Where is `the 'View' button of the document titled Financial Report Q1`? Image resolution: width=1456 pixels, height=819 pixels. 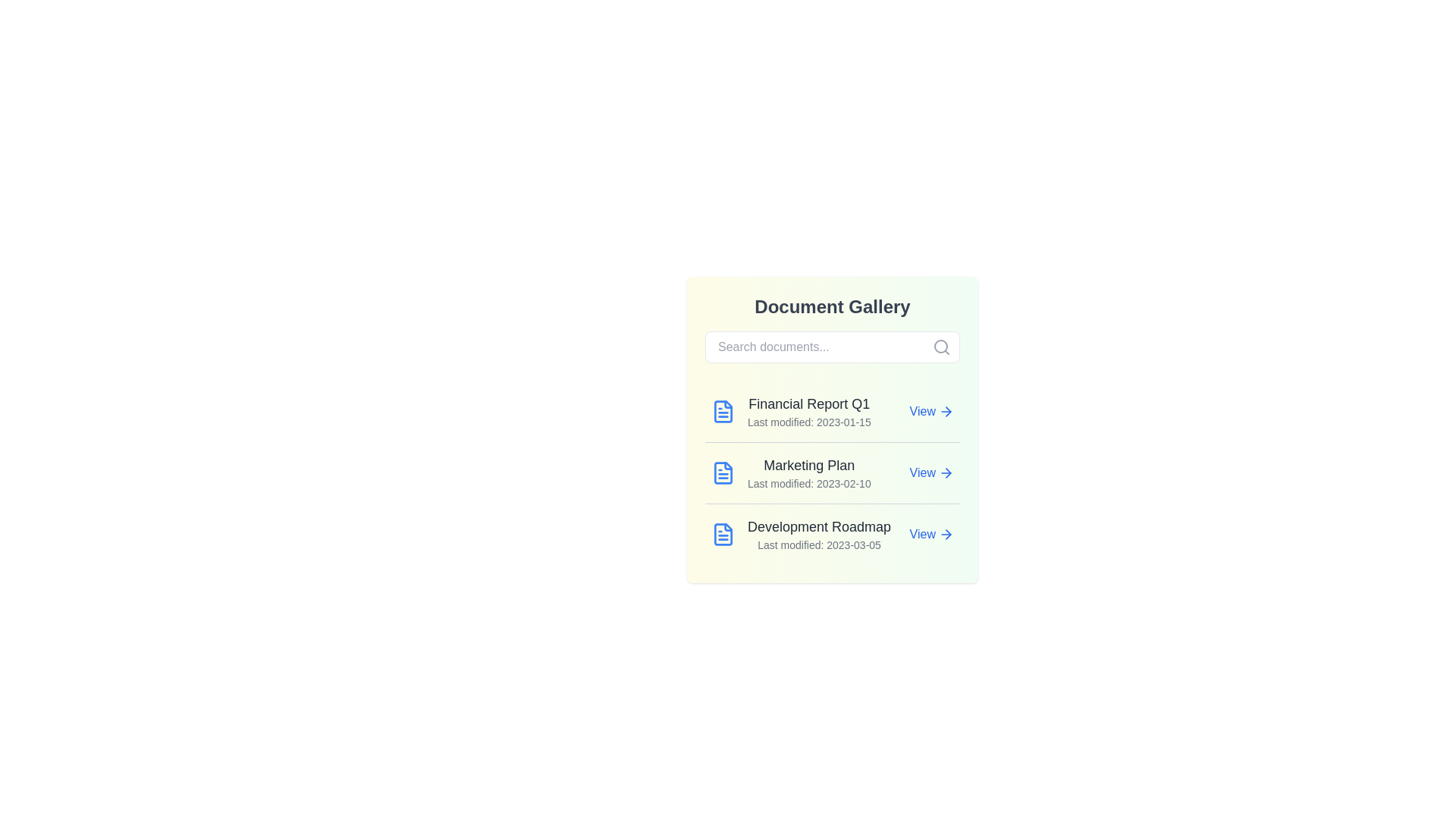
the 'View' button of the document titled Financial Report Q1 is located at coordinates (930, 412).